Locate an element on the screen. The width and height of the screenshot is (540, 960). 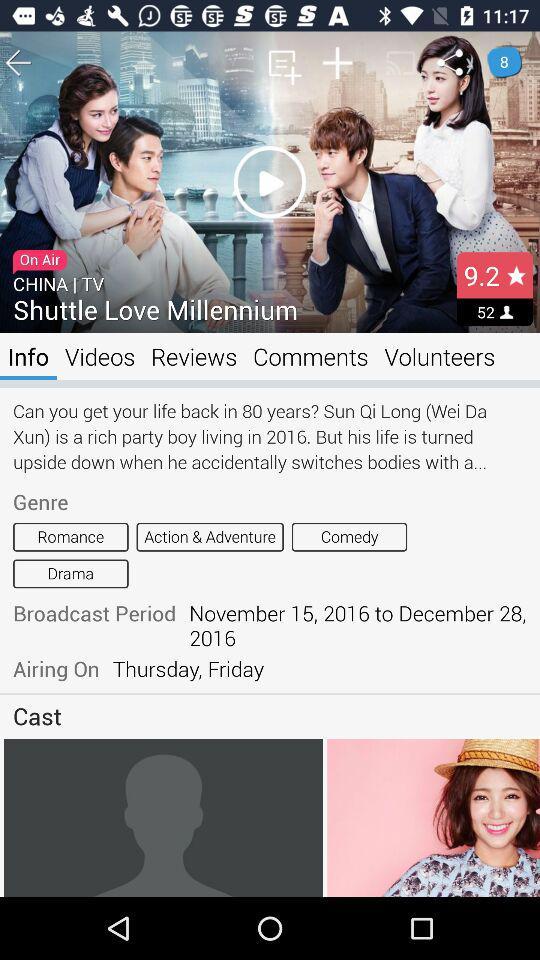
icon next to info app is located at coordinates (99, 356).